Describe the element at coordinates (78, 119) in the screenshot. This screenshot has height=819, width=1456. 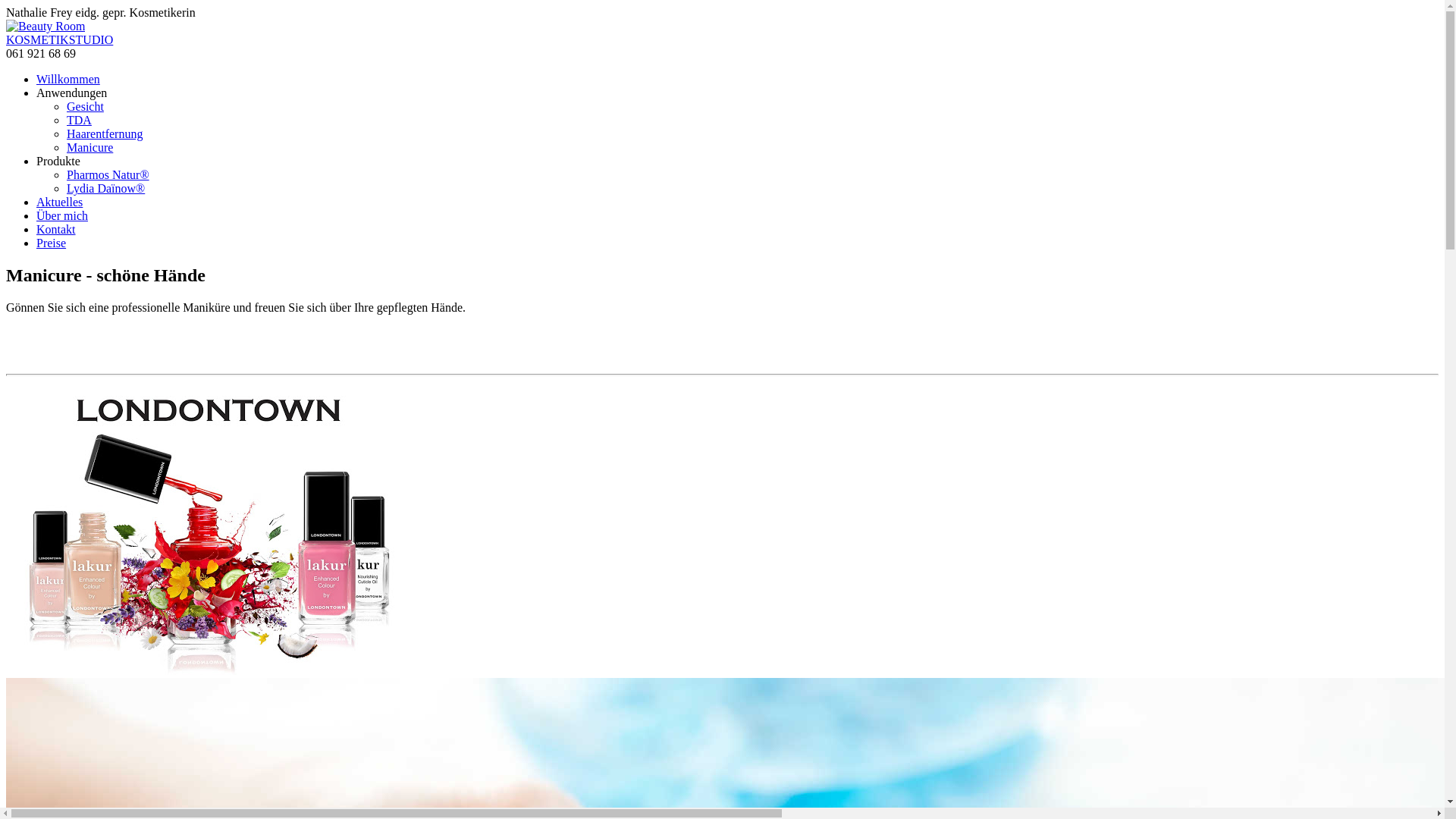
I see `'TDA'` at that location.